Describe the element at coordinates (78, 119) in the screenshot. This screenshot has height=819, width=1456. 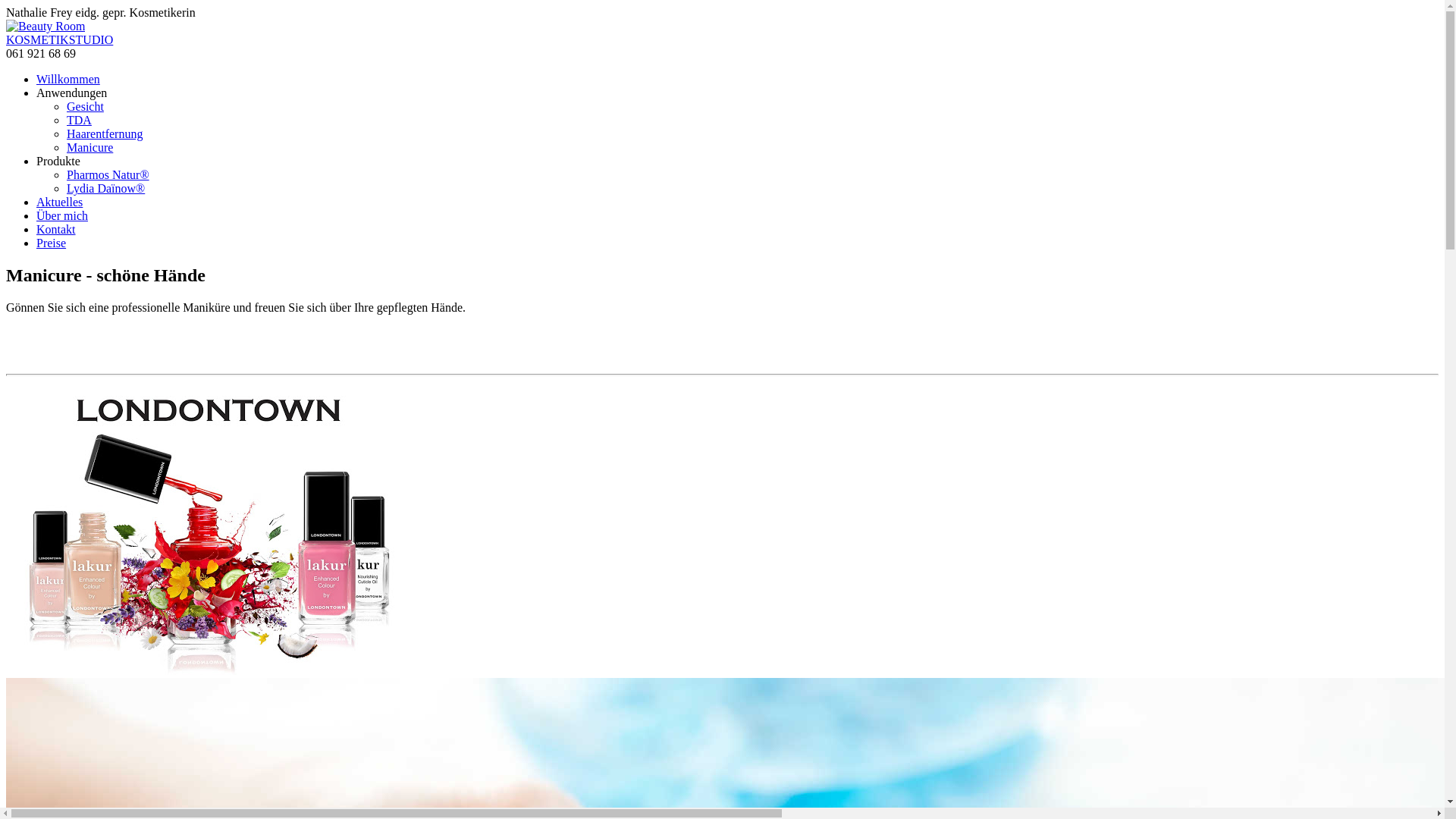
I see `'TDA'` at that location.